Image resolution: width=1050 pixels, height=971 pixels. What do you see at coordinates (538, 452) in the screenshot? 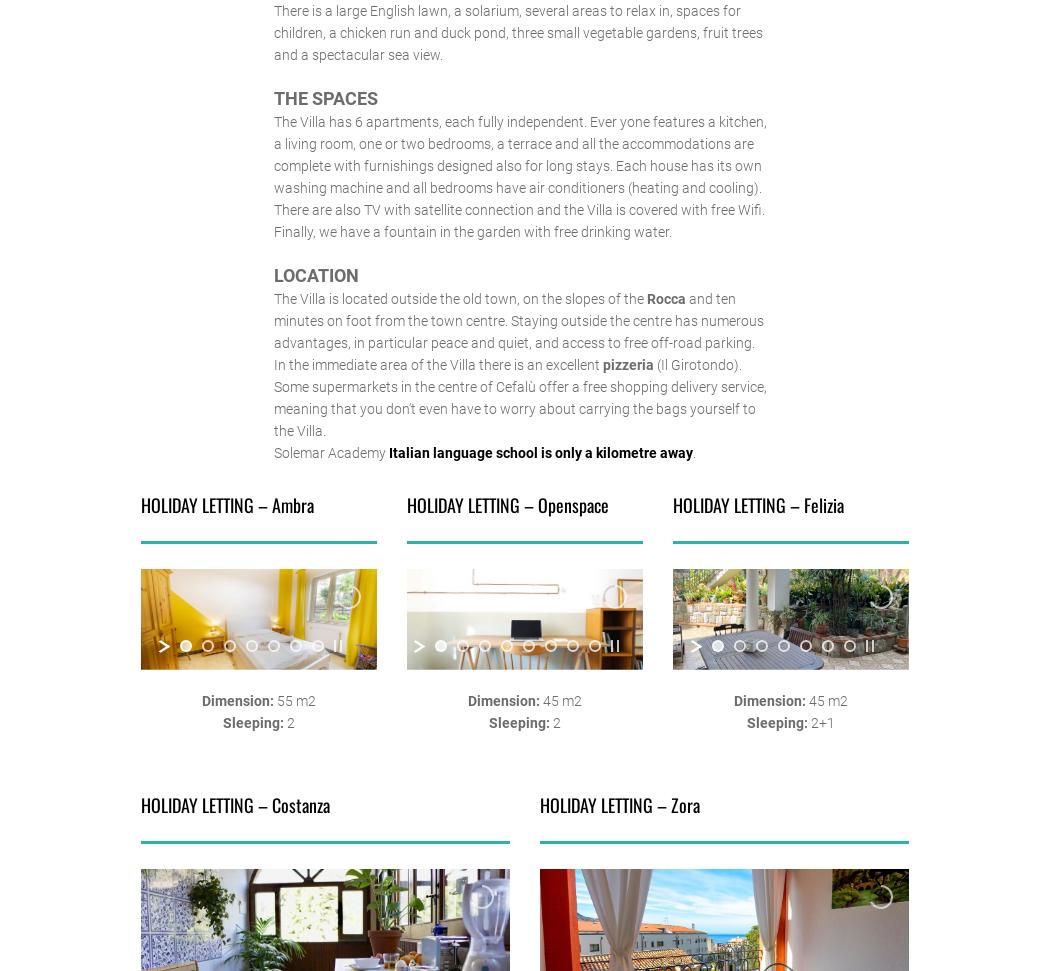
I see `'Italian language school is only a kilometre away'` at bounding box center [538, 452].